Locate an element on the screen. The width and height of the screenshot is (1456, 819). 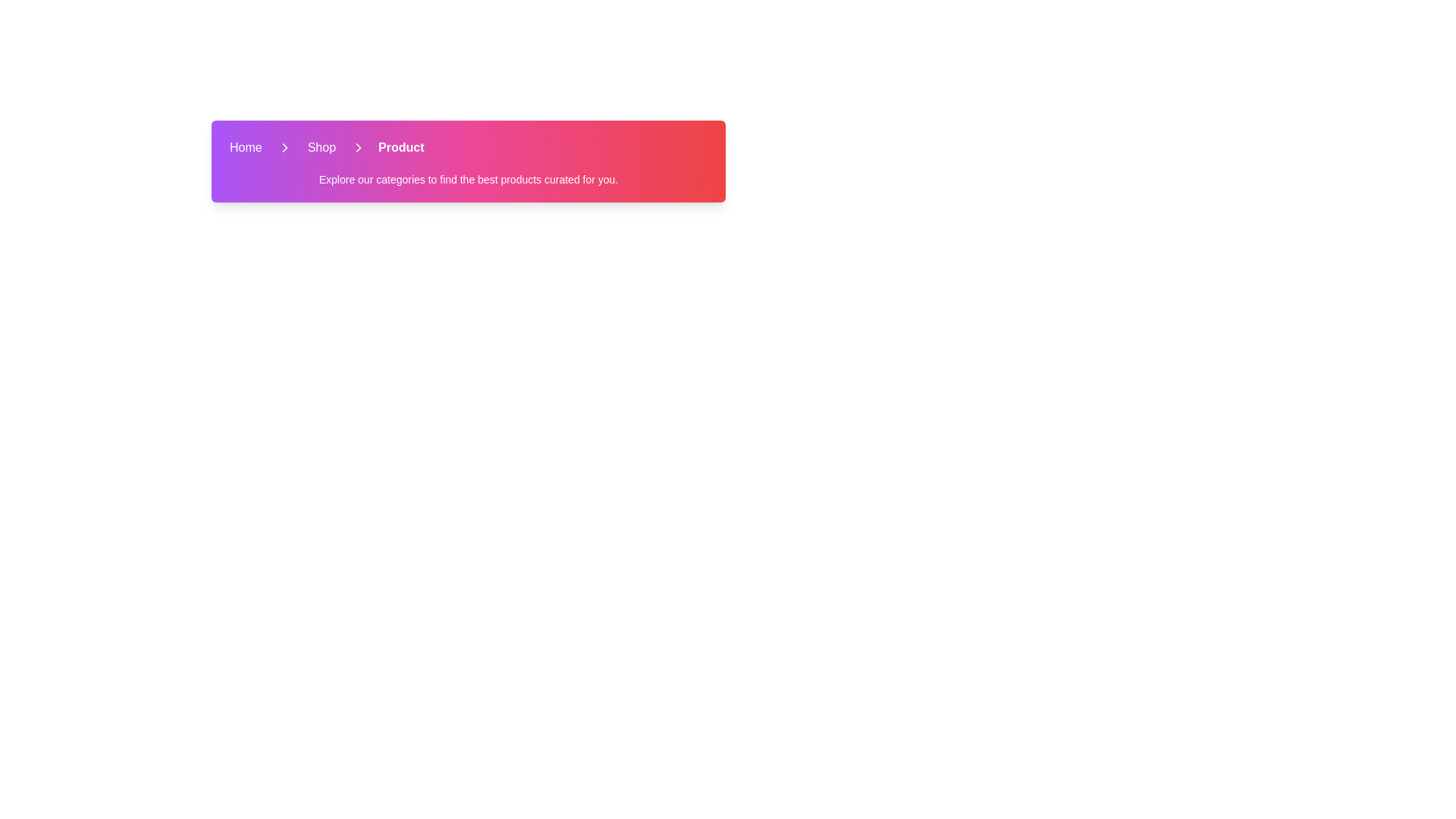
the right-facing chevron SVG icon located between the 'Shop' and 'Product' text elements in the breadcrumb navigation is located at coordinates (358, 148).